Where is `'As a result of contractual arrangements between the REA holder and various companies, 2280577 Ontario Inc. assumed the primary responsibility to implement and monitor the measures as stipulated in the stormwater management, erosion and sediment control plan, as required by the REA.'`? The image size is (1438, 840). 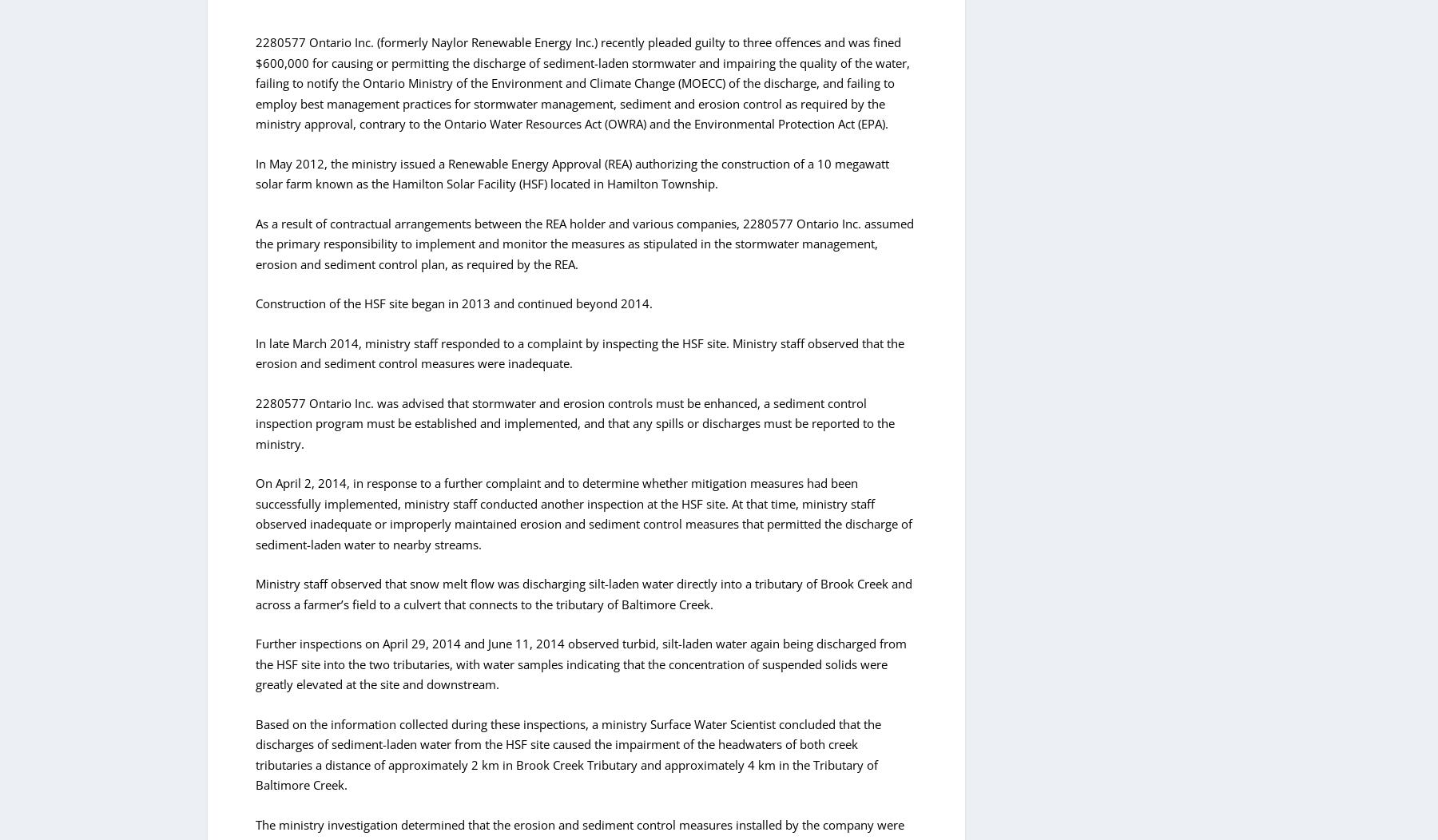 'As a result of contractual arrangements between the REA holder and various companies, 2280577 Ontario Inc. assumed the primary responsibility to implement and monitor the measures as stipulated in the stormwater management, erosion and sediment control plan, as required by the REA.' is located at coordinates (584, 243).